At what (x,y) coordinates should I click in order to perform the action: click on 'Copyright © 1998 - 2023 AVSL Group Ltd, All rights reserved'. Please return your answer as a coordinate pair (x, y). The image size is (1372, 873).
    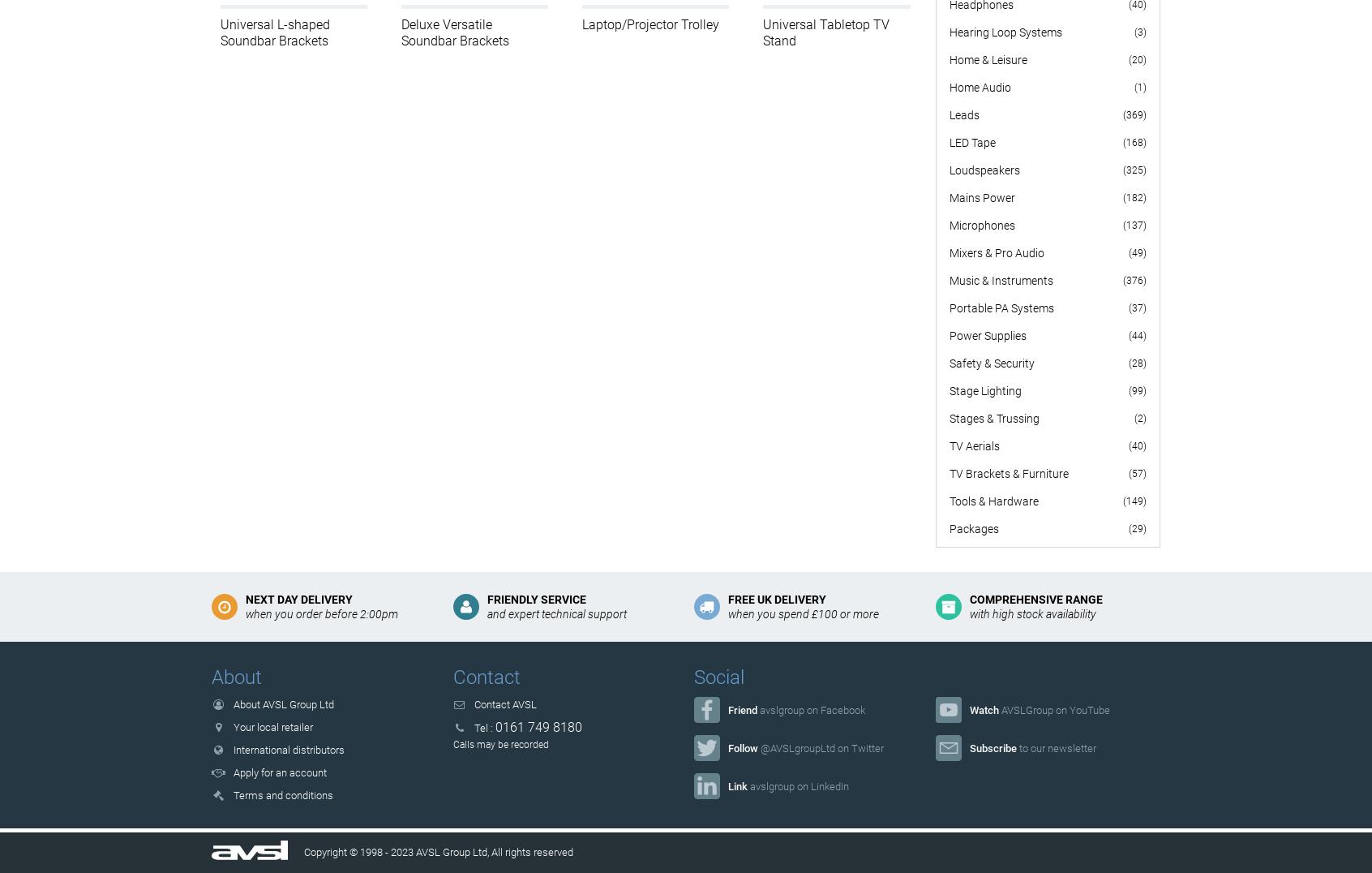
    Looking at the image, I should click on (437, 852).